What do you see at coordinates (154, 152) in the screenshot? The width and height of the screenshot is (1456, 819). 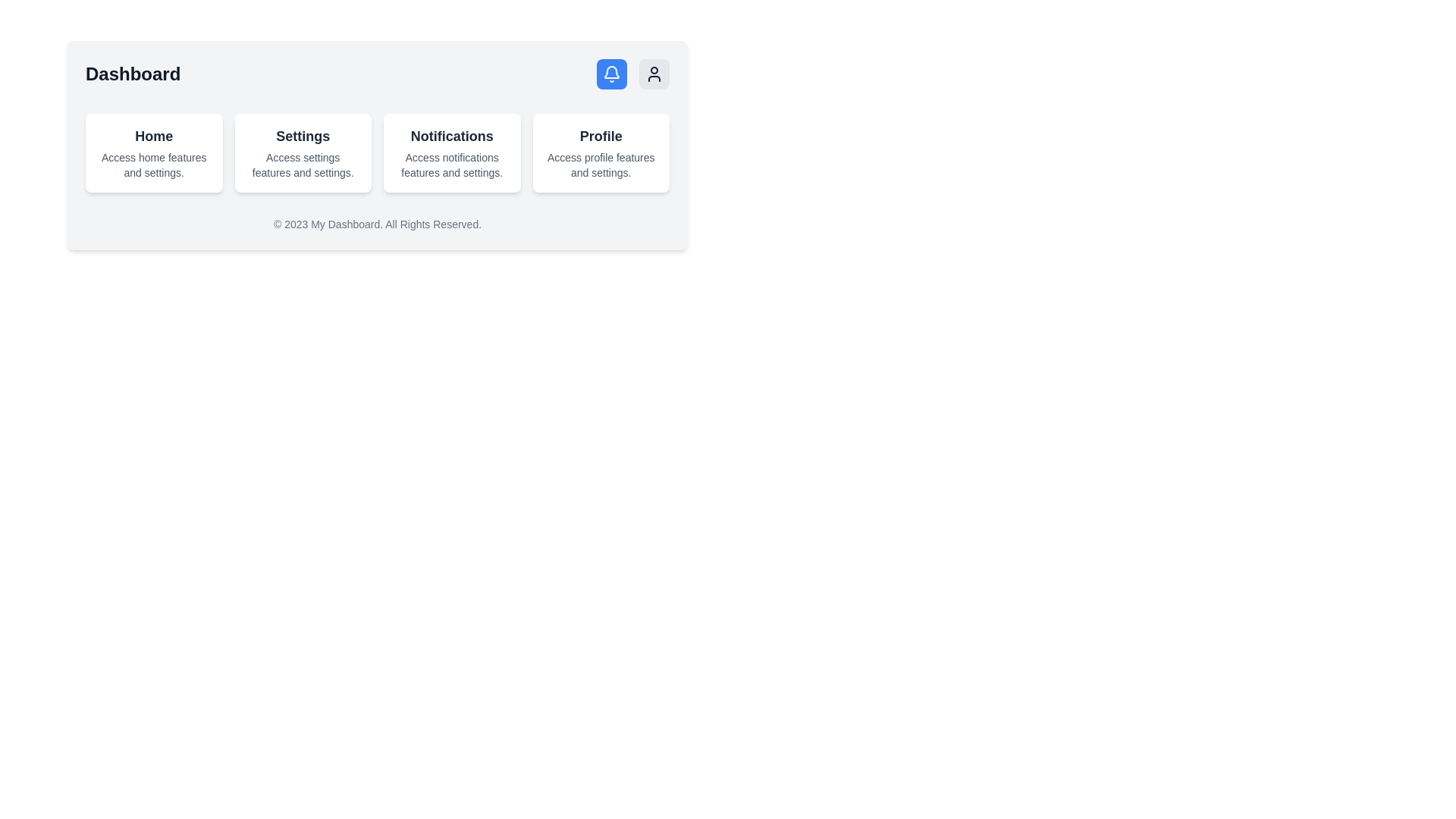 I see `the first card in the grid layout, which has a white background, rounded corners, and contains the text 'Home'` at bounding box center [154, 152].